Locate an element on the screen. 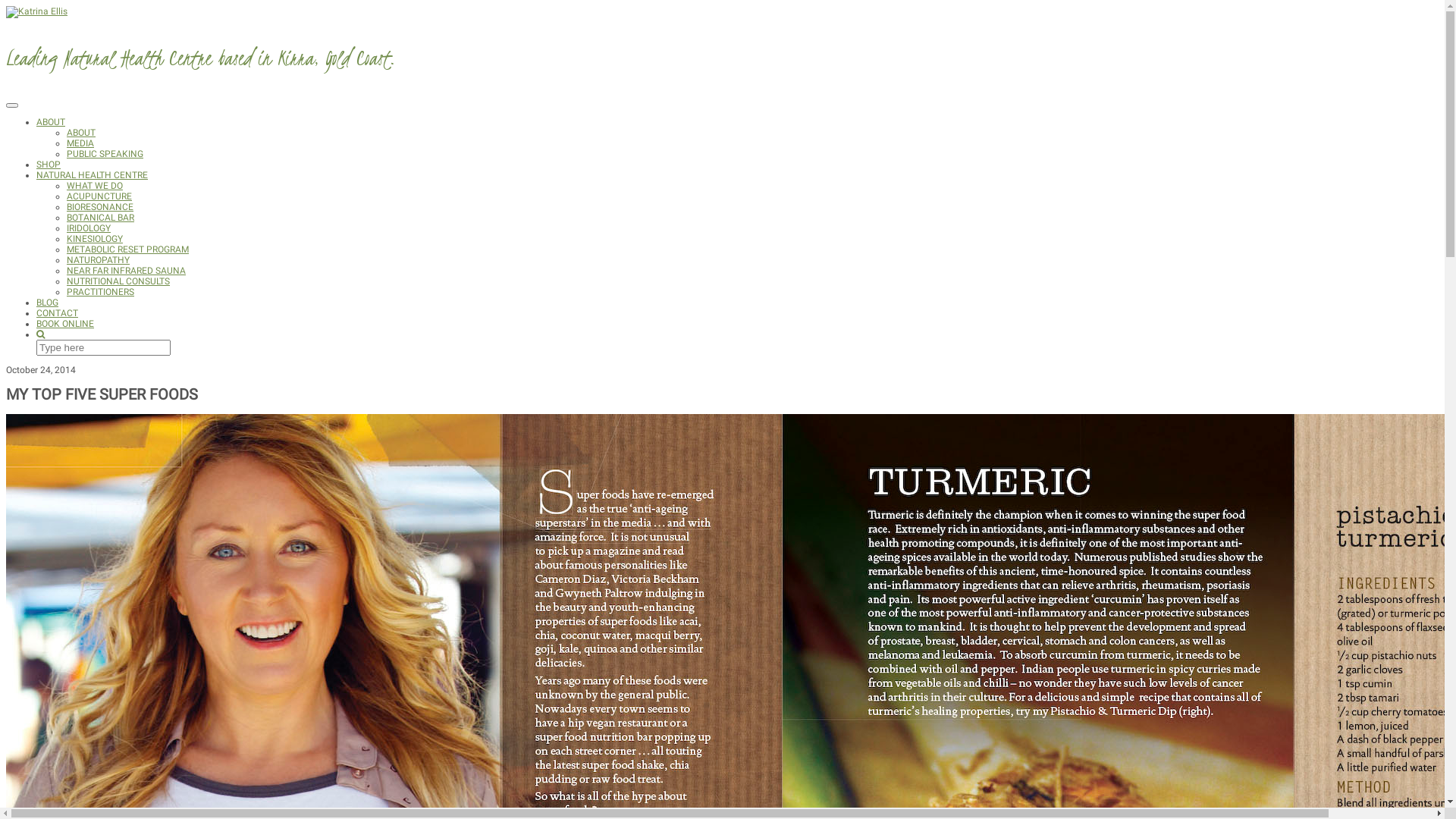  'BLOG' is located at coordinates (47, 302).